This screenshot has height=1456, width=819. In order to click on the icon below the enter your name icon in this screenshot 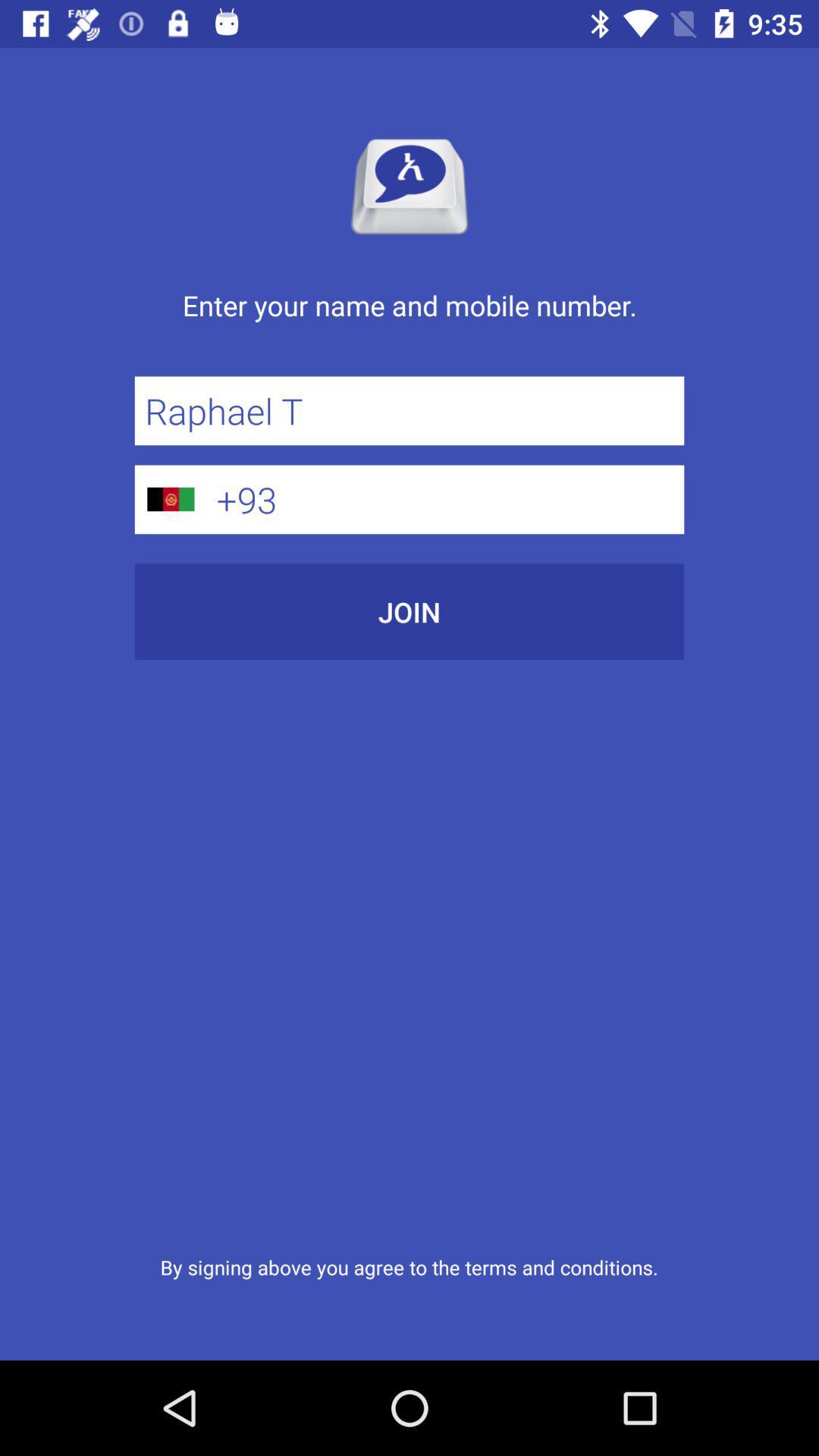, I will do `click(409, 410)`.